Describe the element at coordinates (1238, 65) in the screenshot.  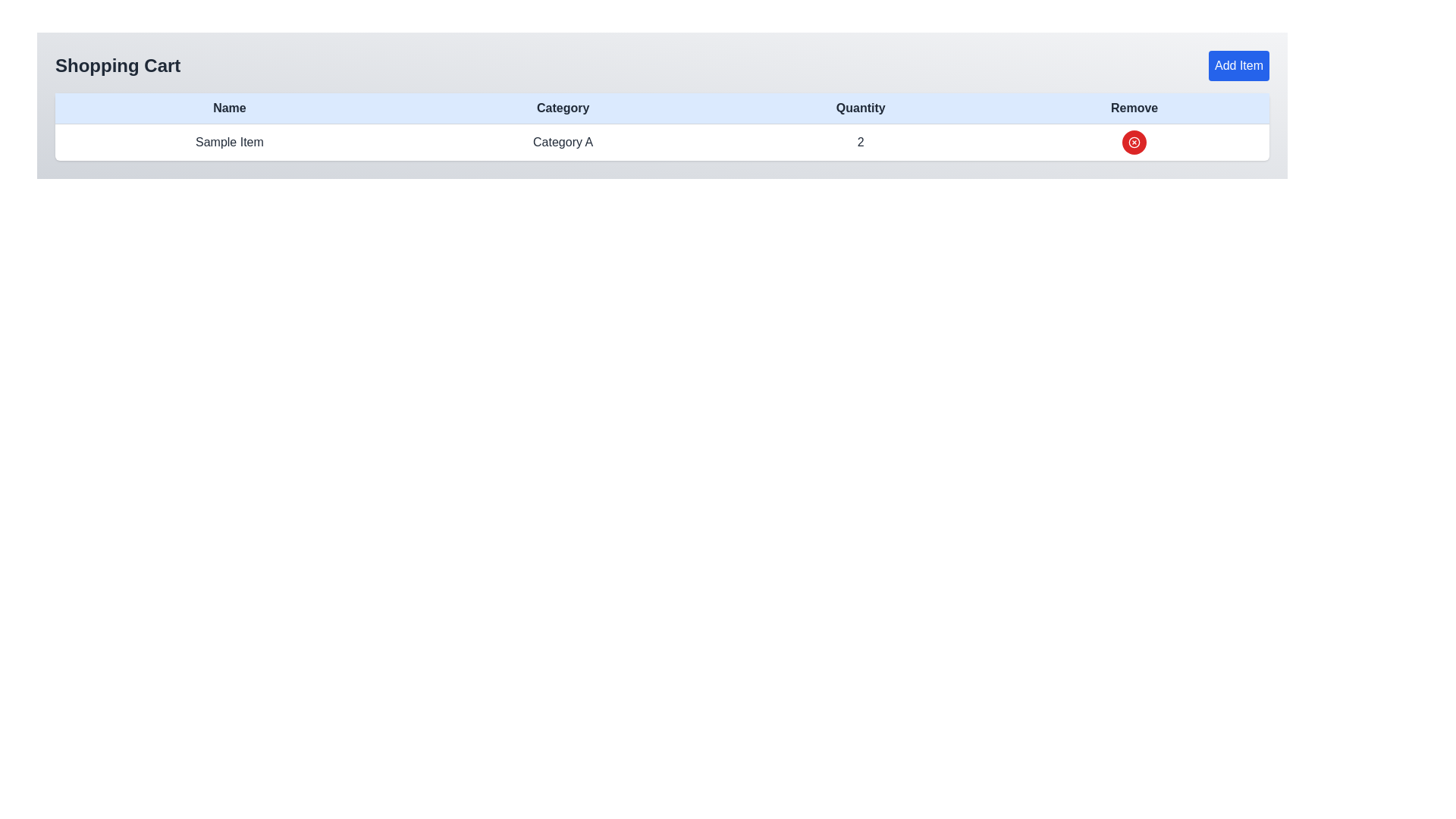
I see `the 'Add Item' button, which is a rectangular button with rounded corners, blue background, and white text, located in the upper-right corner of the shopping cart interface` at that location.